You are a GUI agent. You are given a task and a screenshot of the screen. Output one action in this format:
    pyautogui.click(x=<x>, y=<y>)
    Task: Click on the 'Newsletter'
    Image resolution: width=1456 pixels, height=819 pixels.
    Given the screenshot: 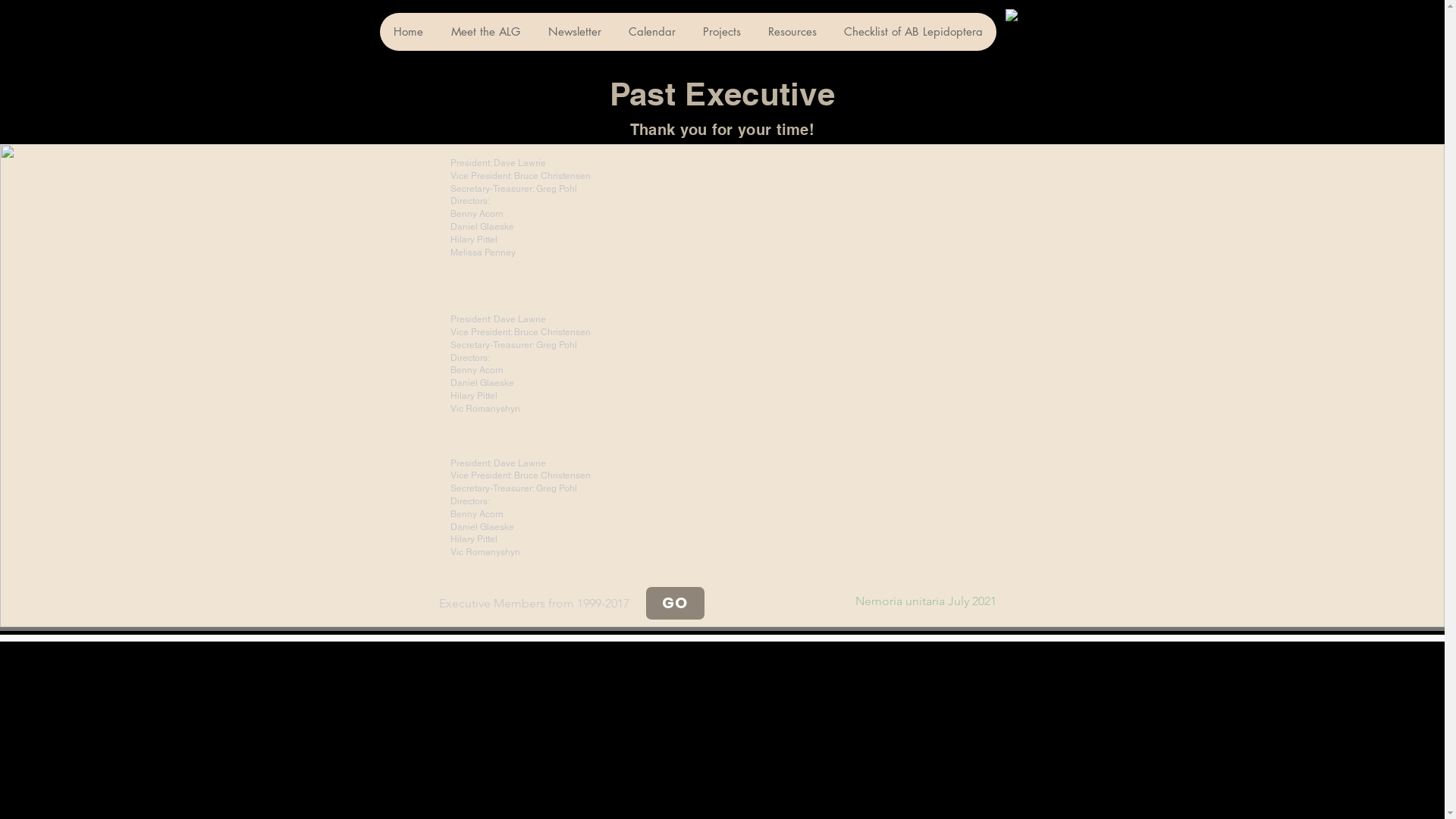 What is the action you would take?
    pyautogui.click(x=573, y=32)
    